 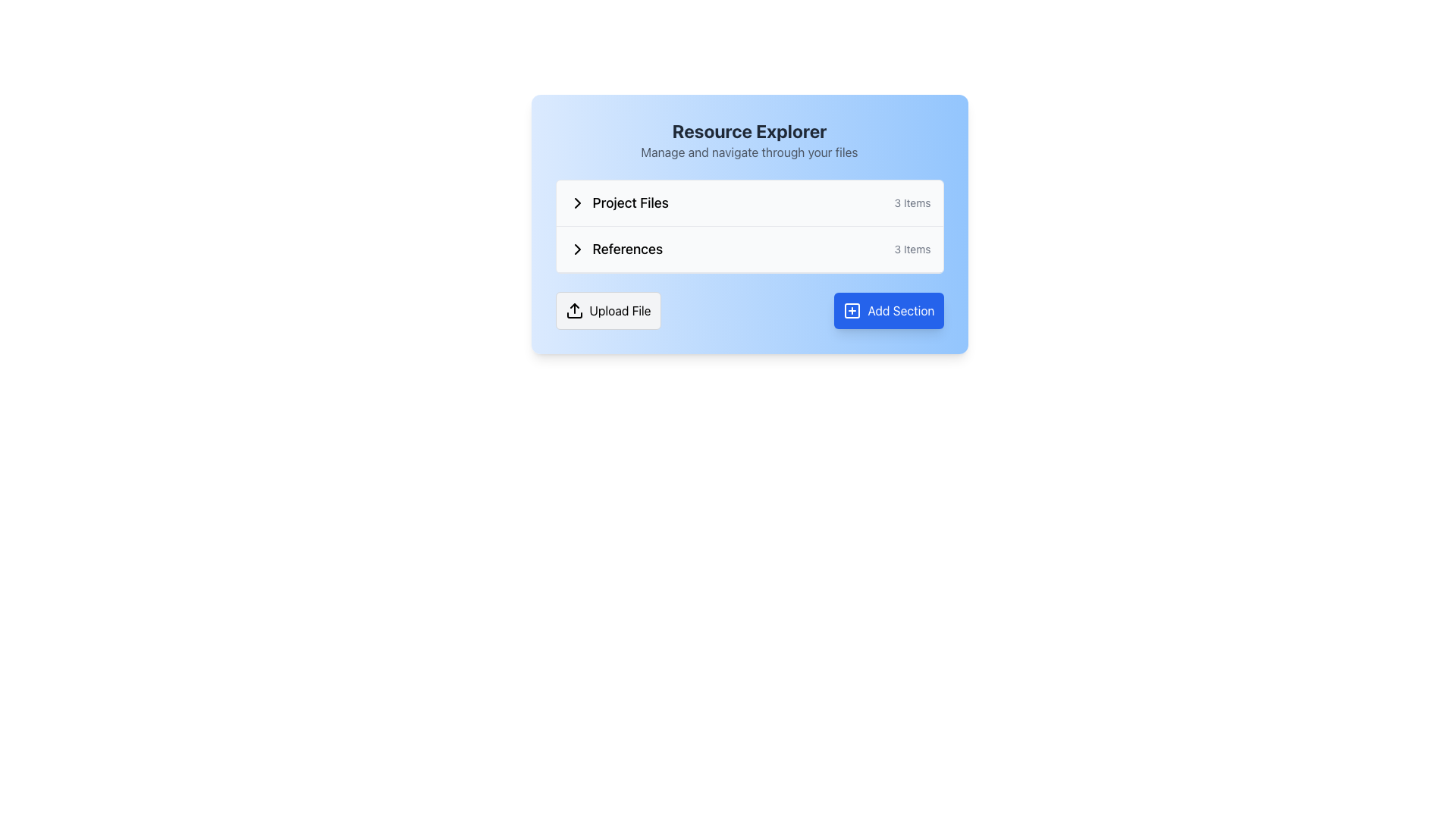 What do you see at coordinates (852, 309) in the screenshot?
I see `the addition icon located within the 'Add Section' button, which is blue and positioned at the bottom right of the user interface` at bounding box center [852, 309].